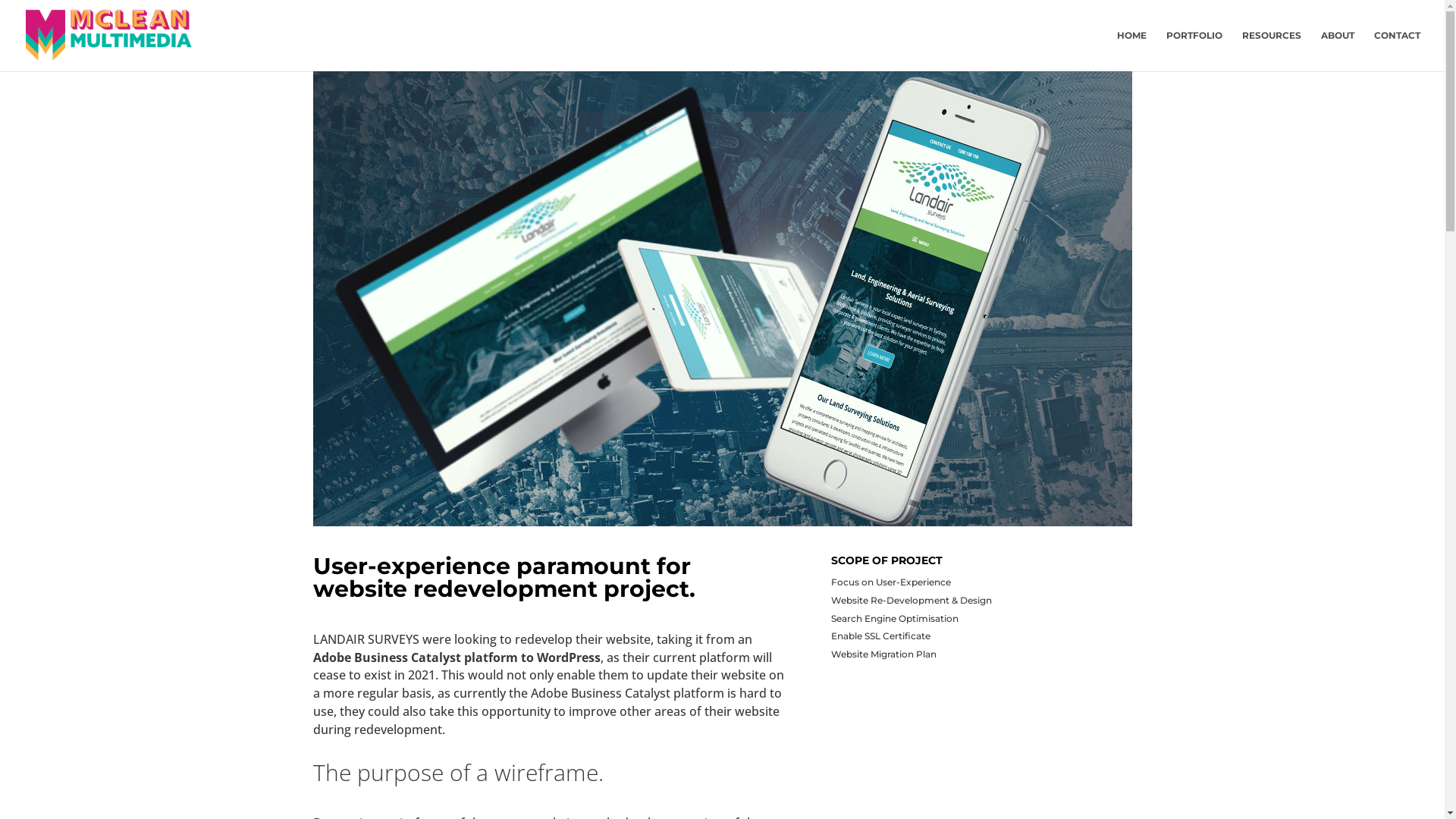 The image size is (1456, 819). Describe the element at coordinates (1373, 49) in the screenshot. I see `'CONTACT'` at that location.